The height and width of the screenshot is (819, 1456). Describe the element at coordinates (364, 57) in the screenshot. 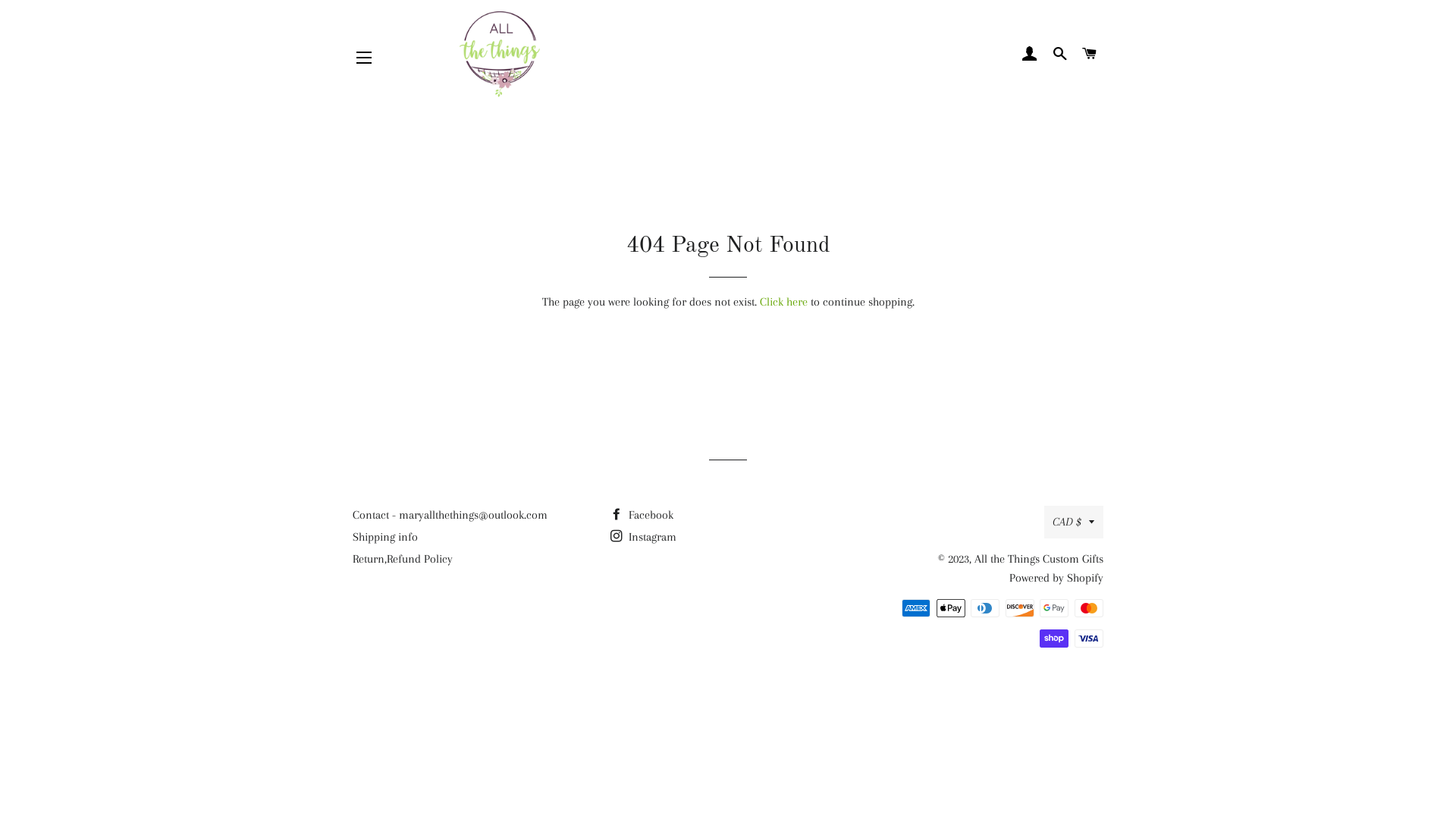

I see `'SITE NAVIGATION'` at that location.